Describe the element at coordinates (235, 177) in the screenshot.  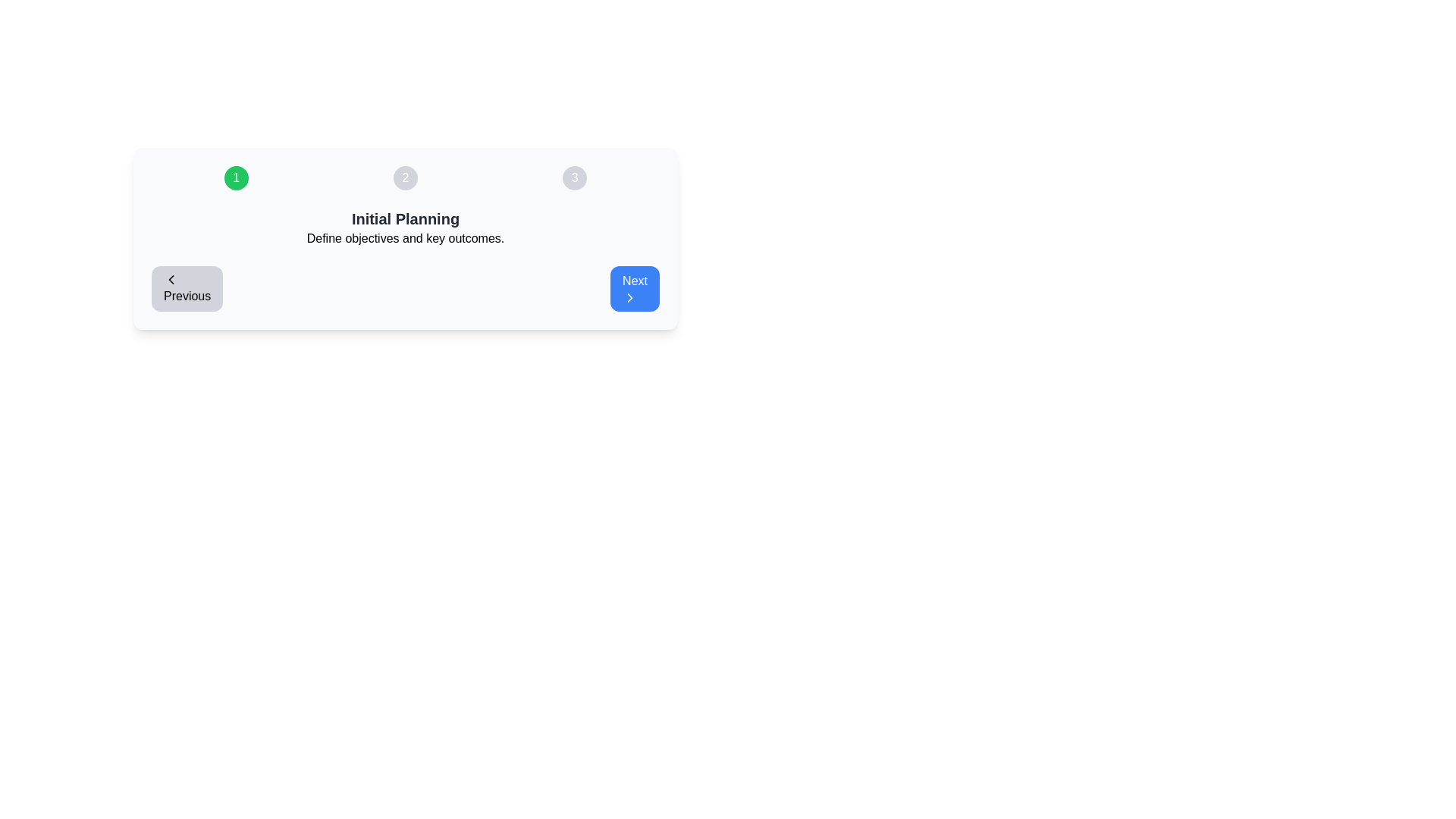
I see `the circular indicator button with a green background and the number '1' displayed in white text at its center, which is the leftmost button in a sequence of three` at that location.